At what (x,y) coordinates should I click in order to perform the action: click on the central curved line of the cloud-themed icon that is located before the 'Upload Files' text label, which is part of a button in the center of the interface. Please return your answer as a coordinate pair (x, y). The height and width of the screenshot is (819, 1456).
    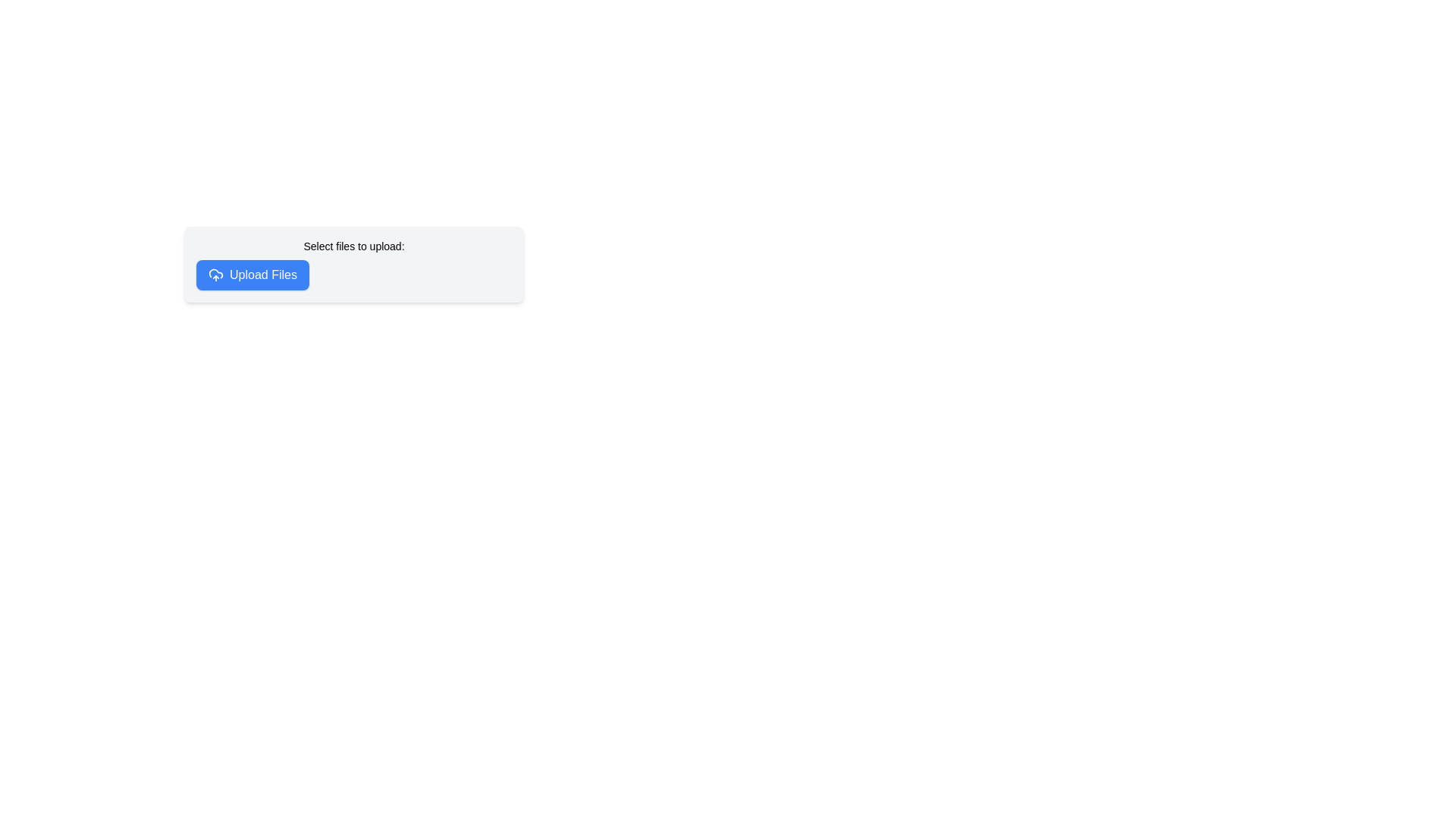
    Looking at the image, I should click on (215, 274).